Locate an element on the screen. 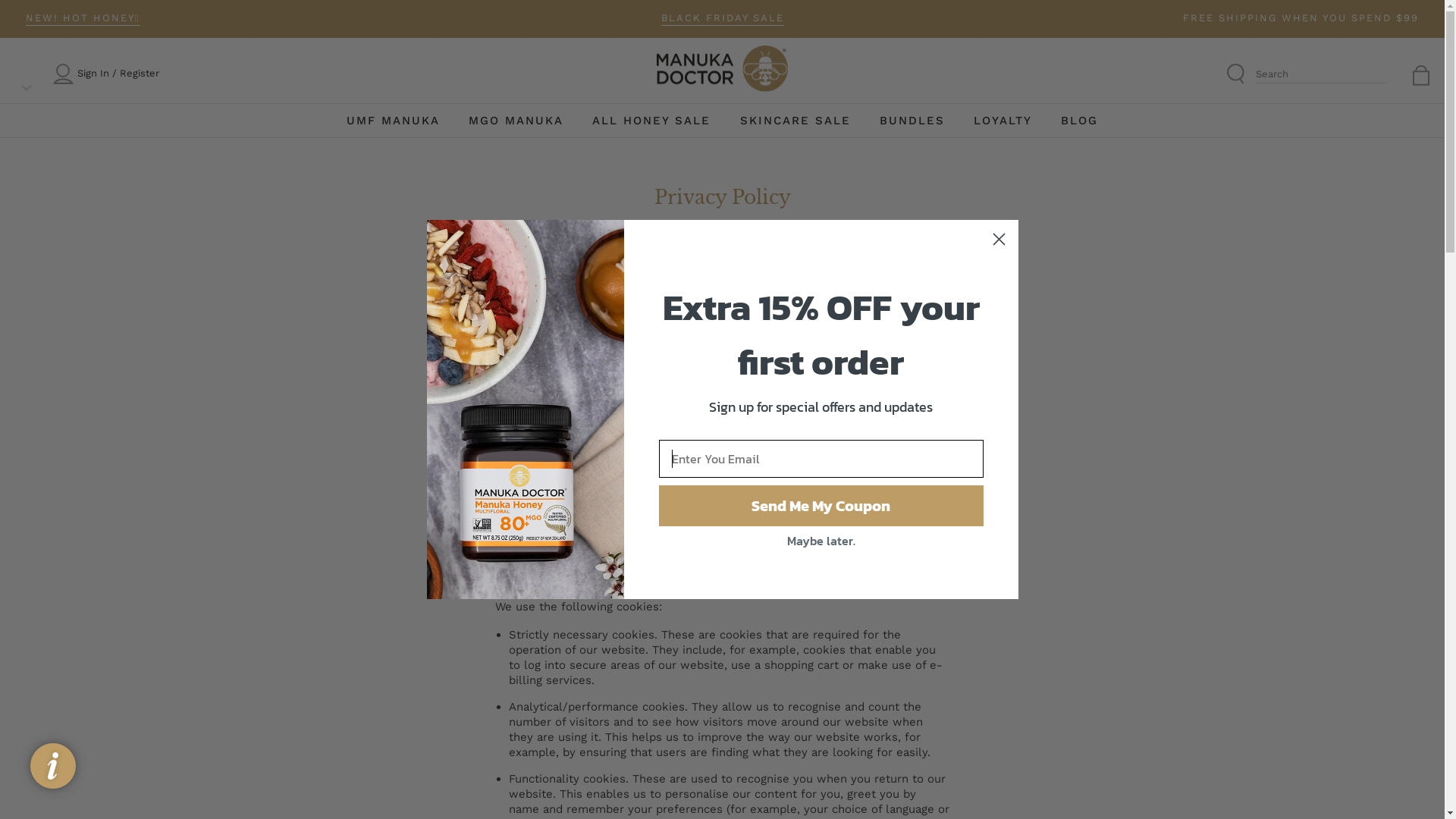  'Sign In / Register' is located at coordinates (118, 74).